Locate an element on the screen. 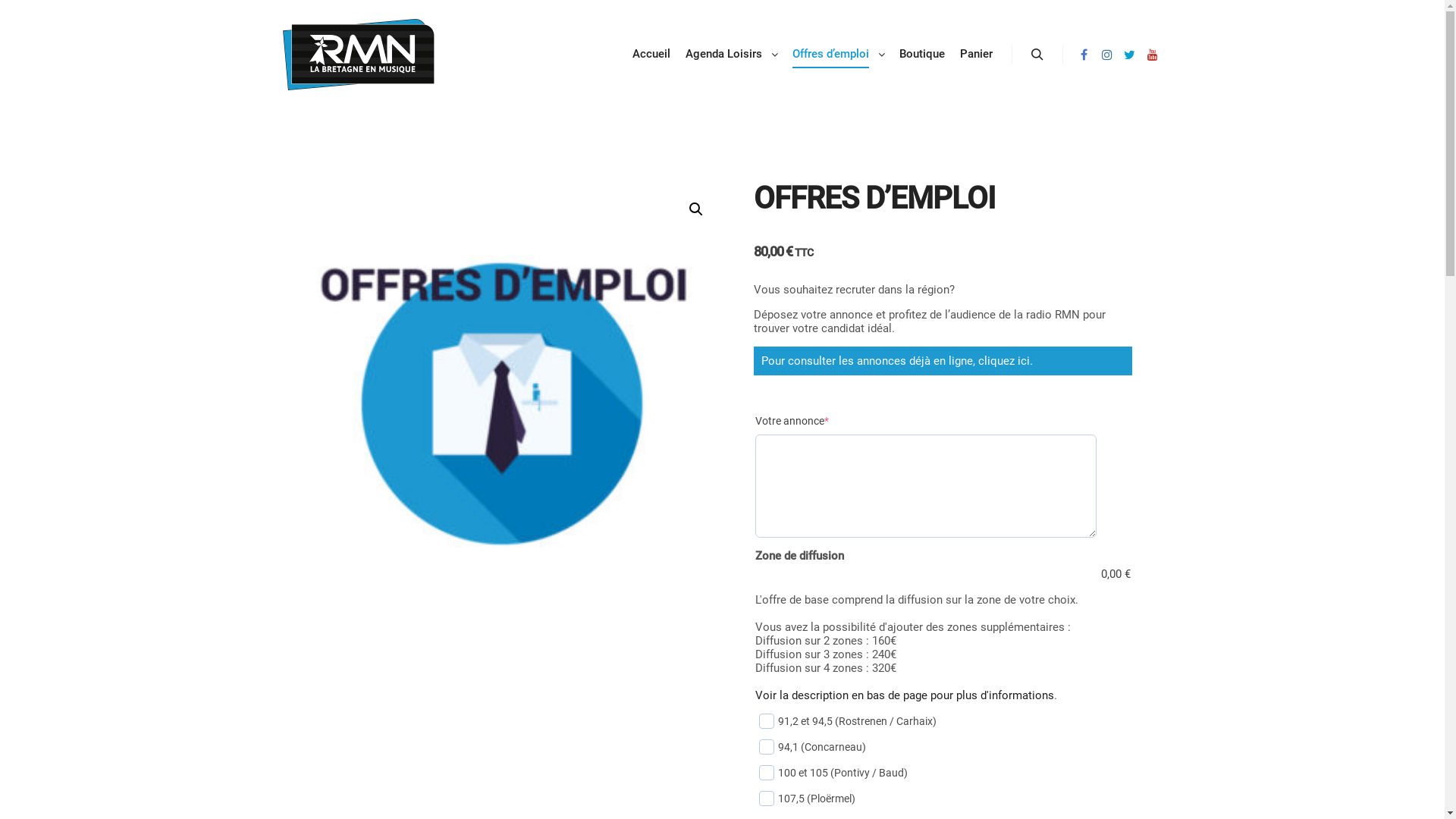  'YouTube' is located at coordinates (1151, 54).